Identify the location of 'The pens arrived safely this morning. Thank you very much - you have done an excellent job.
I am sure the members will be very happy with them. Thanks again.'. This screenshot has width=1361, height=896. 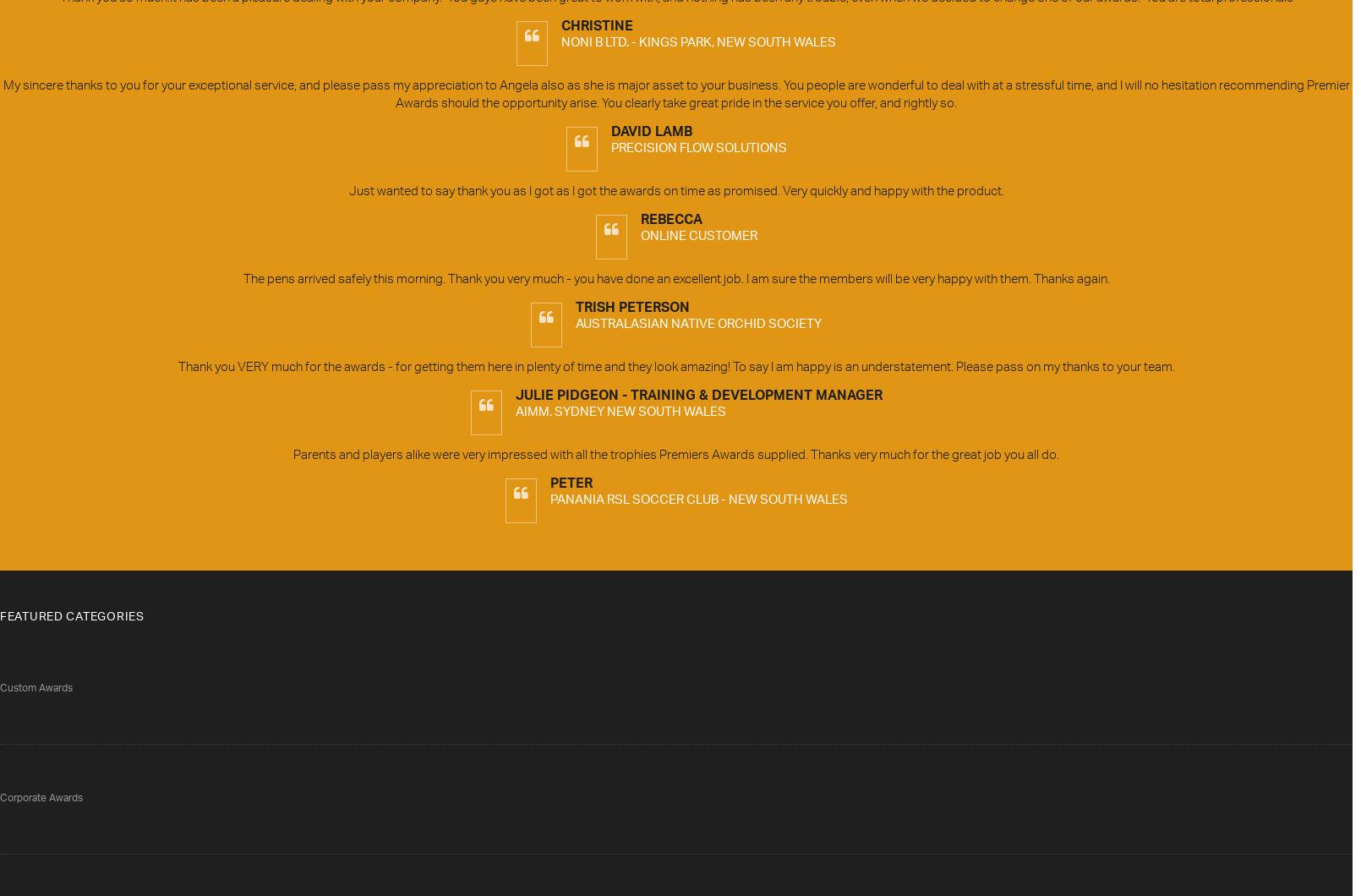
(675, 281).